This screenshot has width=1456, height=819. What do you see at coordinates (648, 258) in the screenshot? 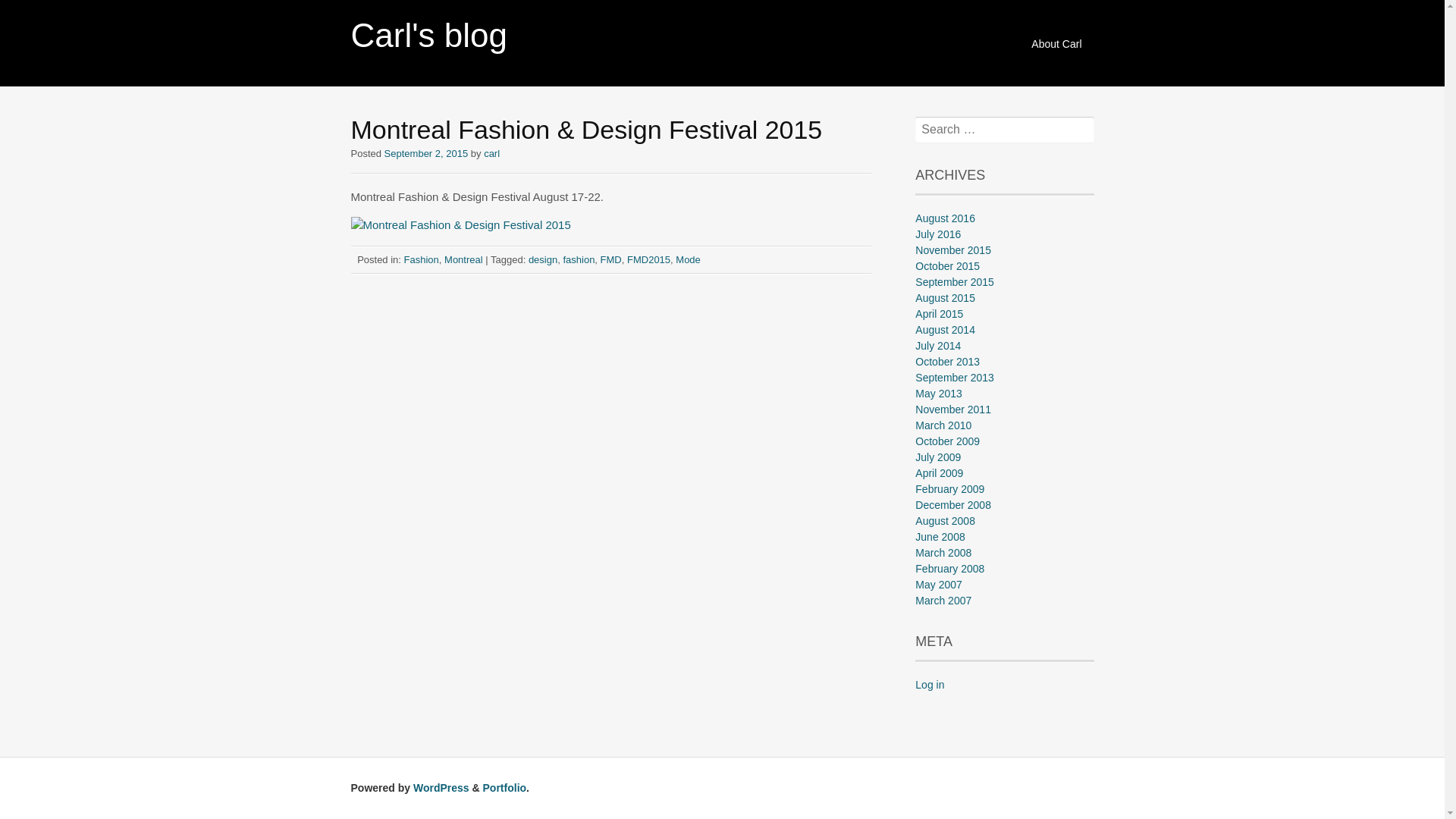
I see `'FMD2015'` at bounding box center [648, 258].